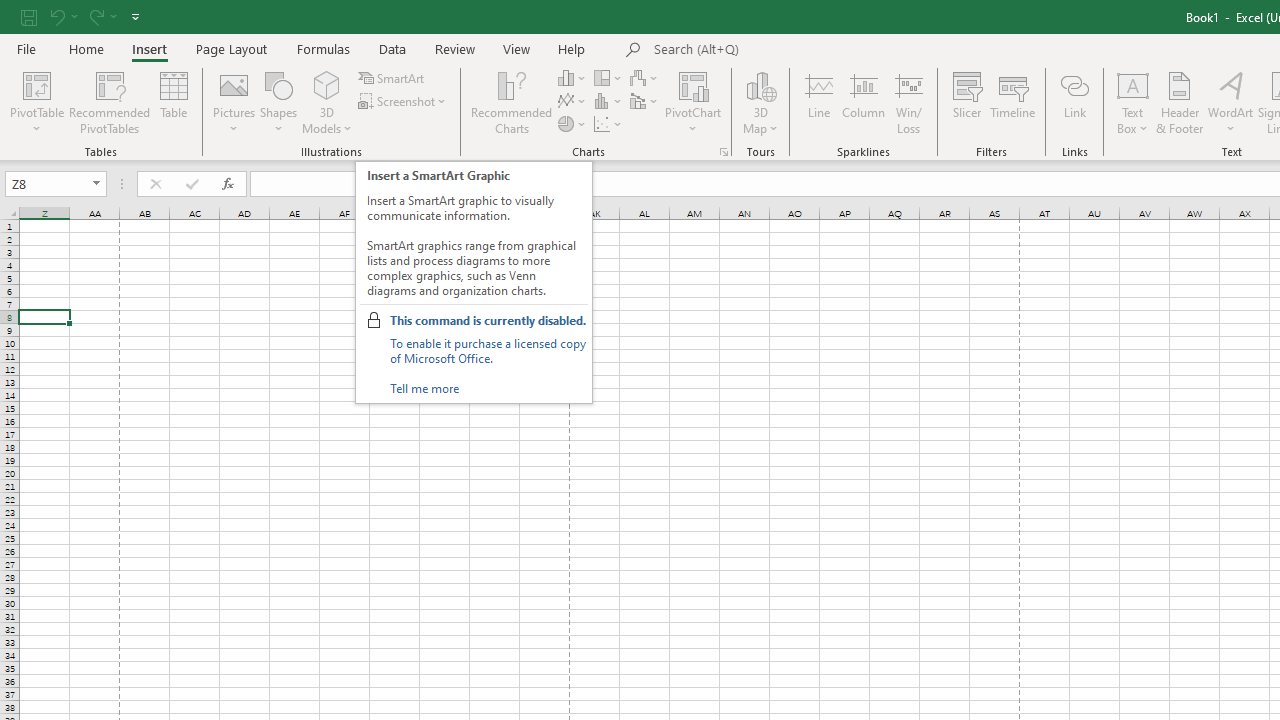 The height and width of the screenshot is (720, 1280). I want to click on 'Data', so click(392, 48).